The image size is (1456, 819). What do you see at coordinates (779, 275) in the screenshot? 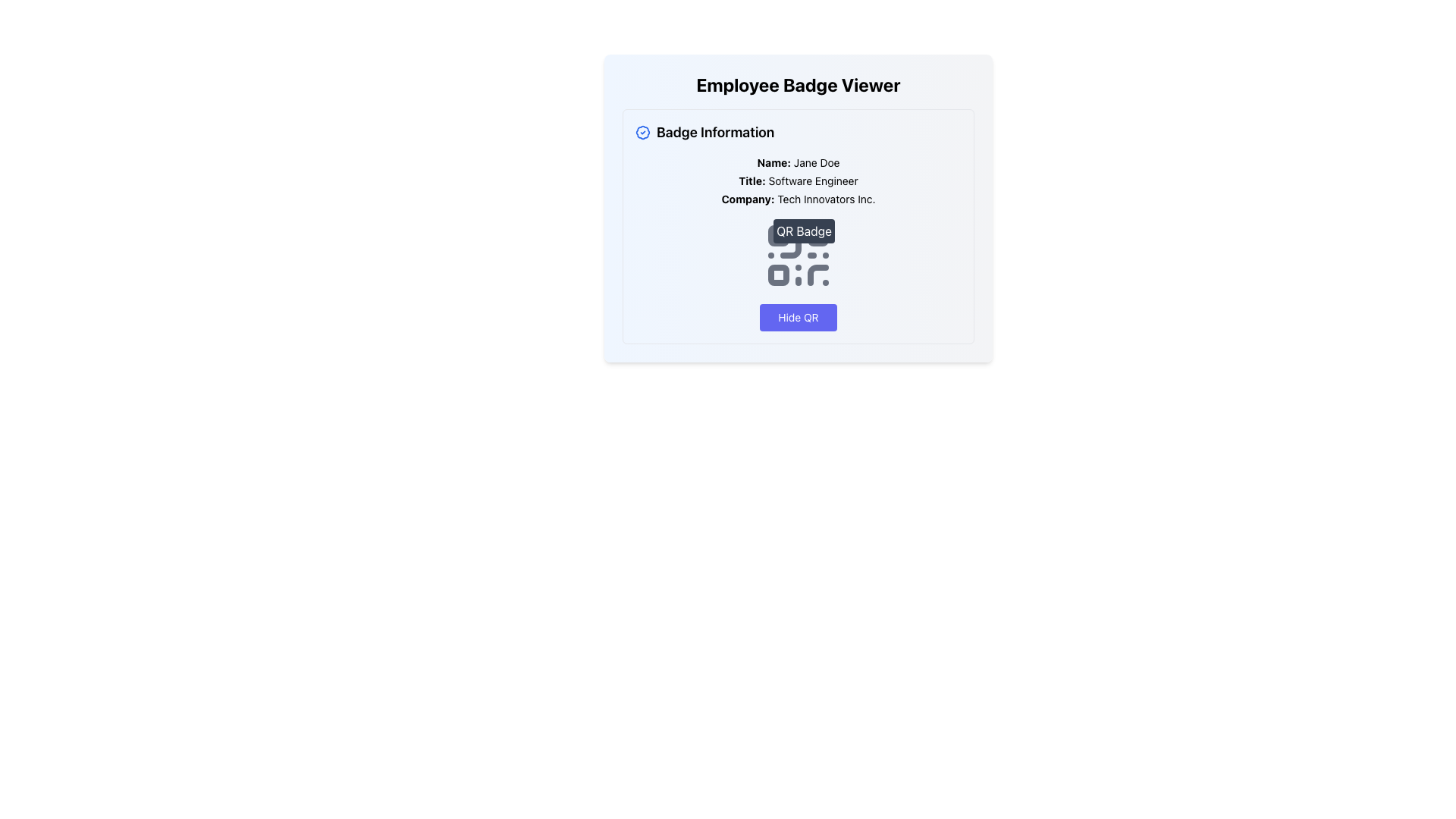
I see `the third small square in the bottom-left quadrant of the QR code graphic, which is a decorative graphical component contributing to the QR code's visual representation` at bounding box center [779, 275].